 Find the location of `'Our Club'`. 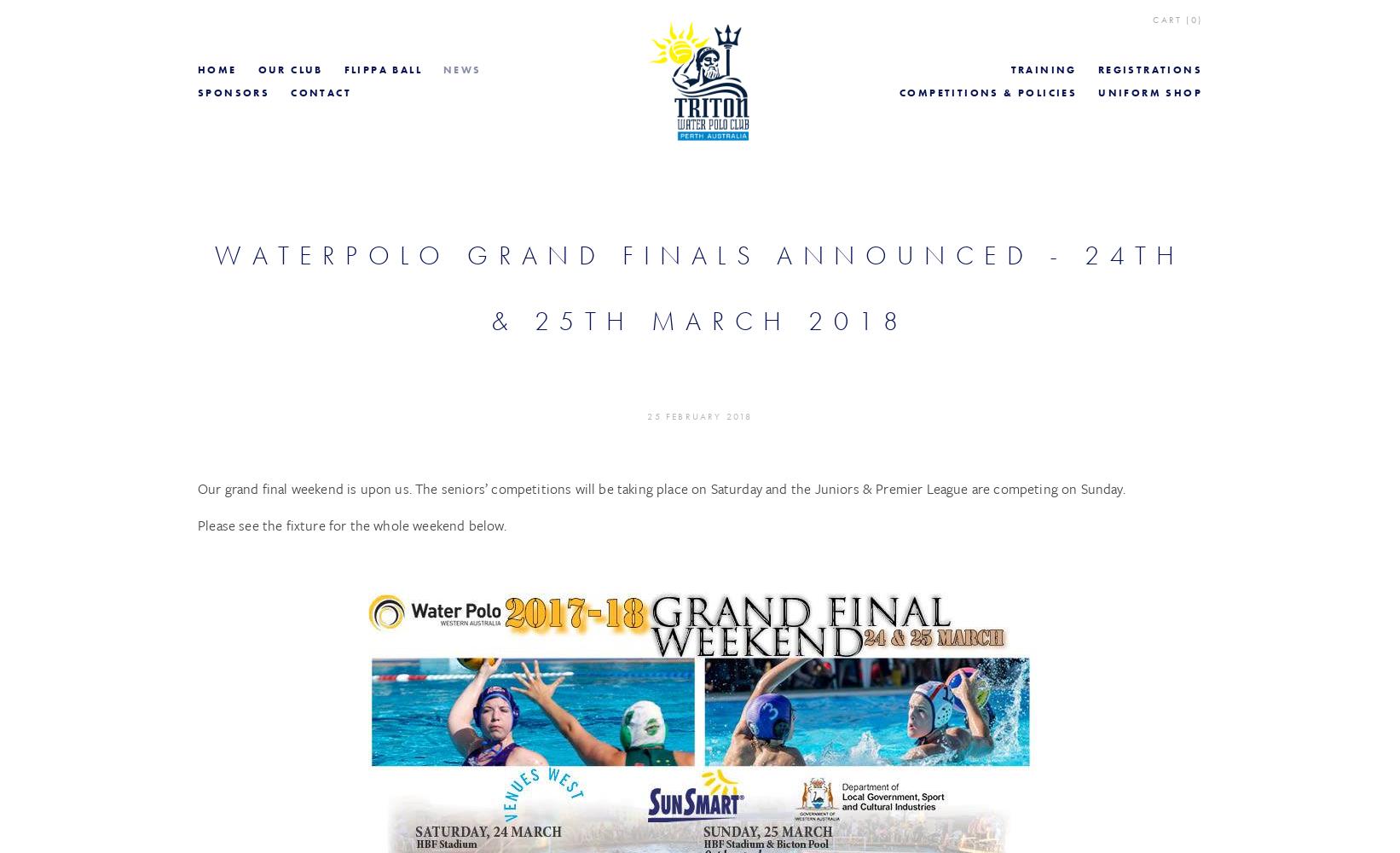

'Our Club' is located at coordinates (290, 69).